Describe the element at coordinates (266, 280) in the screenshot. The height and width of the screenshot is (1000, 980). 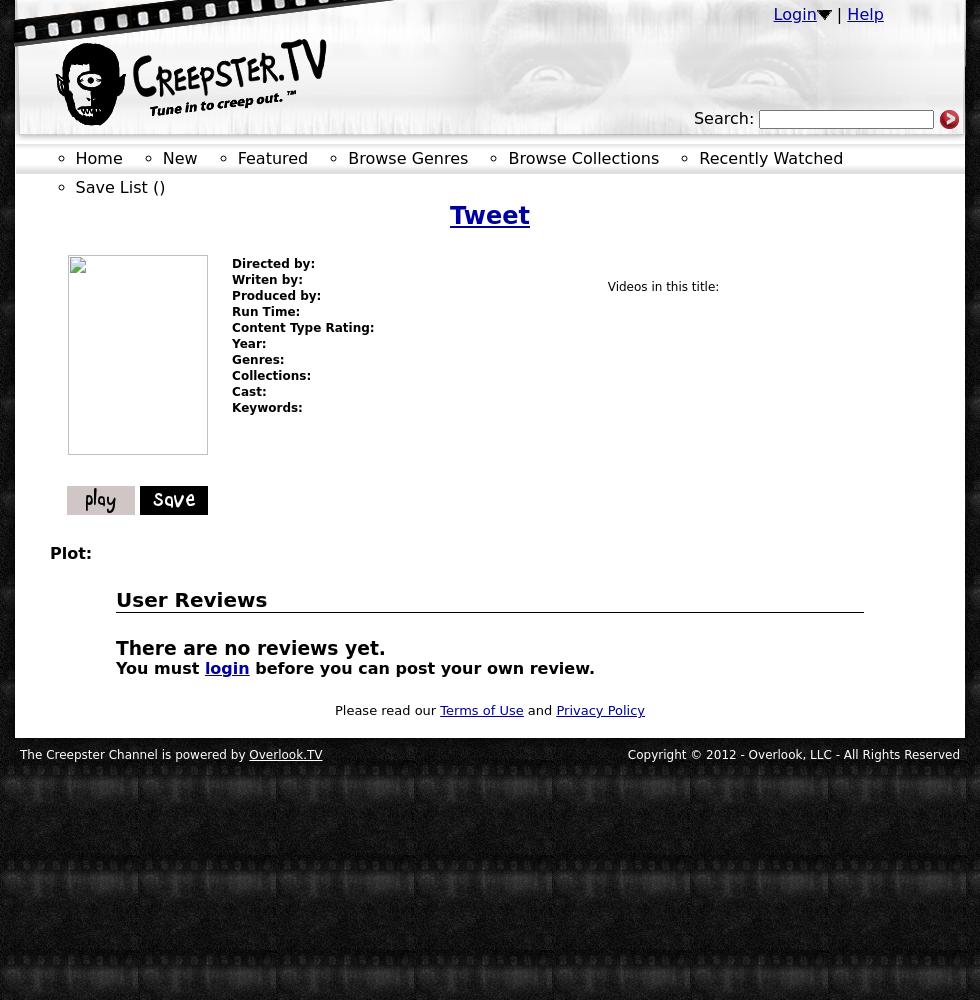
I see `'Writen by:'` at that location.